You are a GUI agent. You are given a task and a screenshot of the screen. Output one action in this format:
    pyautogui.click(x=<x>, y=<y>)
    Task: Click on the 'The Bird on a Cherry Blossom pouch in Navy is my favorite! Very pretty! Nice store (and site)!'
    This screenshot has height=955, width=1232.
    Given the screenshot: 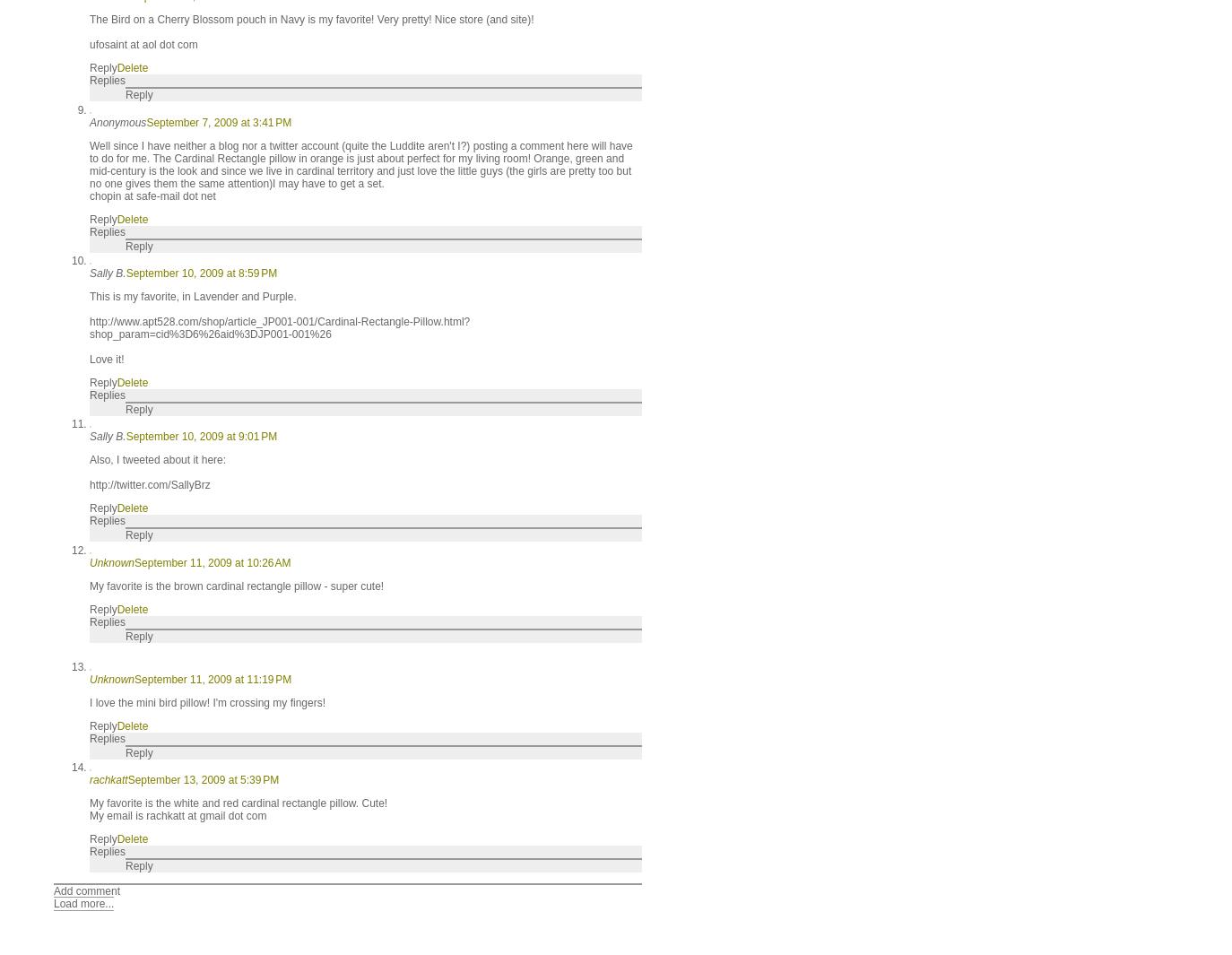 What is the action you would take?
    pyautogui.click(x=311, y=19)
    